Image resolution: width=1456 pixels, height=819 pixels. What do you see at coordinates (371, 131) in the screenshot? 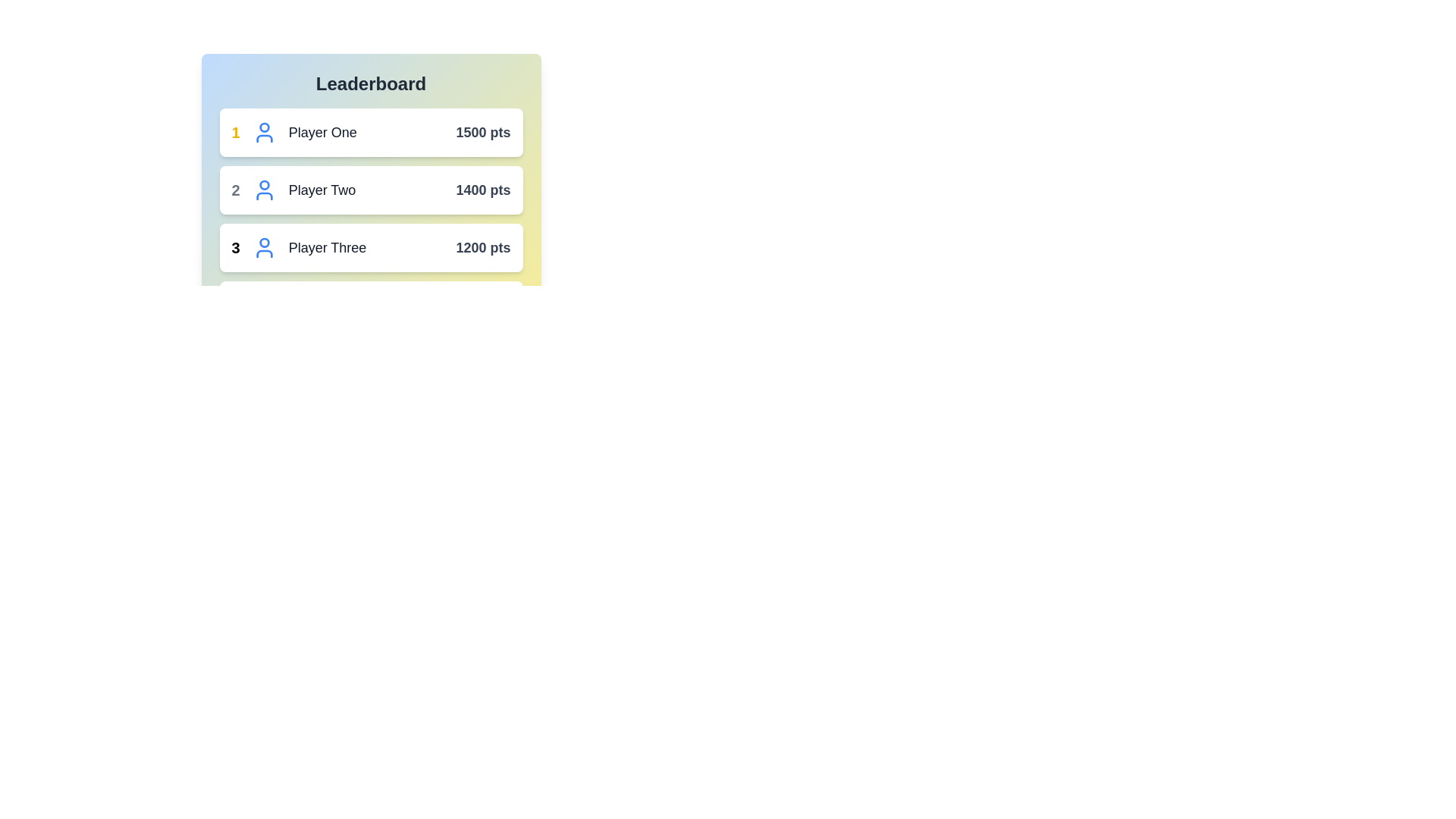
I see `the player entry for Player One to highlight it` at bounding box center [371, 131].